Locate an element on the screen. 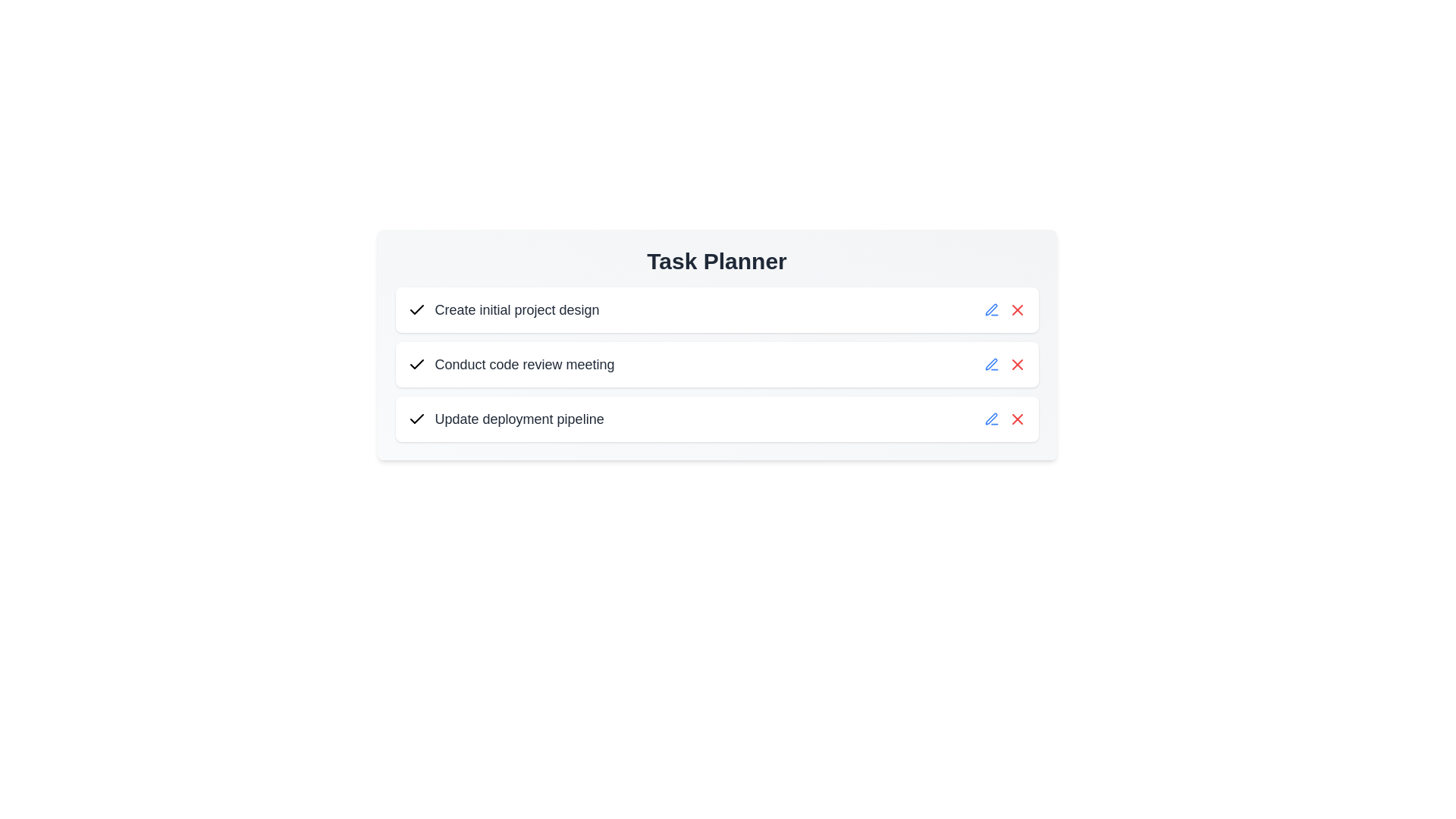 The width and height of the screenshot is (1456, 819). the blue pen icon button located between the task description and the red cross icon in the task management interface is located at coordinates (991, 309).